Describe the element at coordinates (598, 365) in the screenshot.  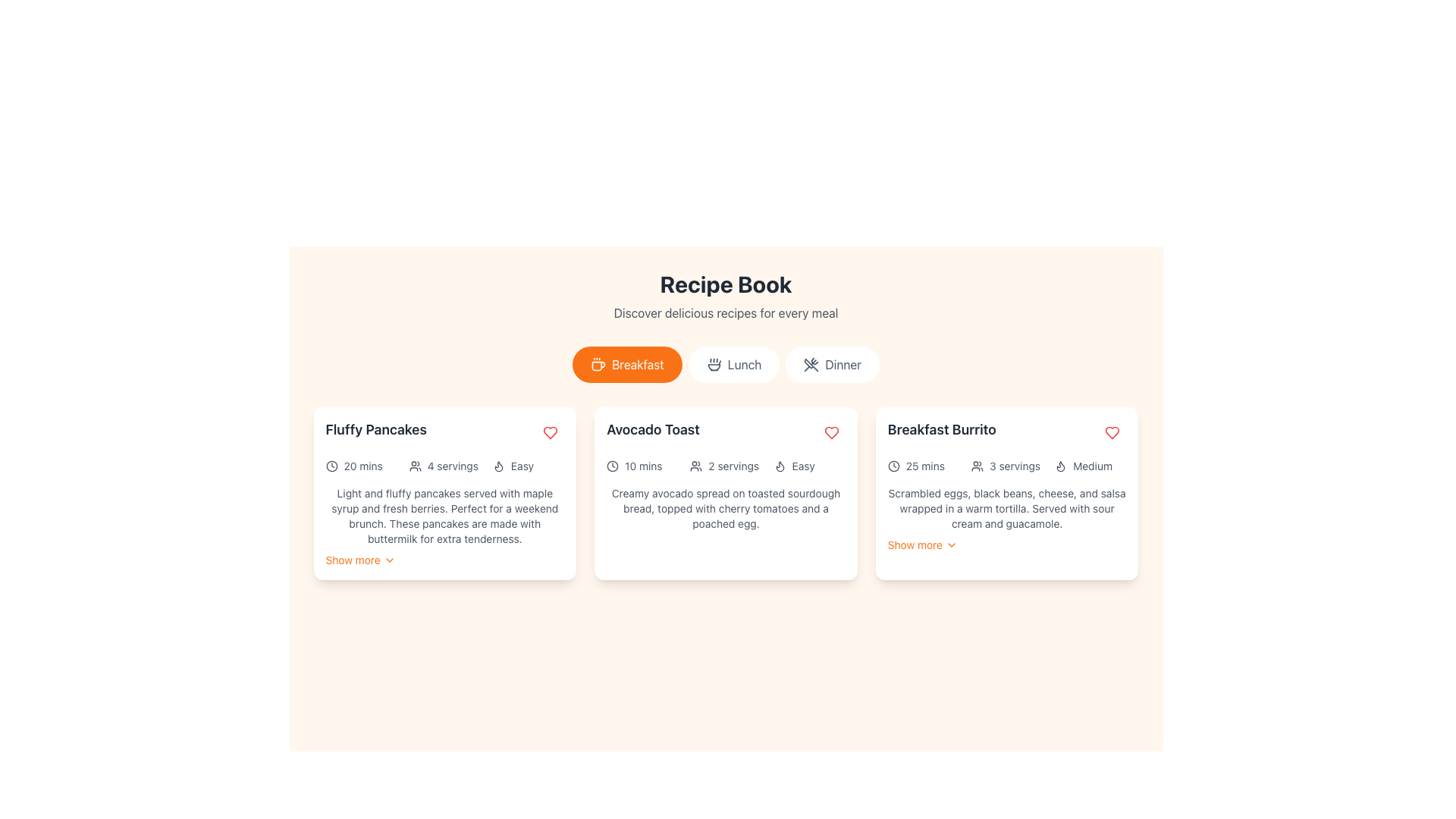
I see `the small coffee cup icon outlined in white against an orange circular background, which is located inside the rounded rectangular button labeled 'Breakfast'` at that location.